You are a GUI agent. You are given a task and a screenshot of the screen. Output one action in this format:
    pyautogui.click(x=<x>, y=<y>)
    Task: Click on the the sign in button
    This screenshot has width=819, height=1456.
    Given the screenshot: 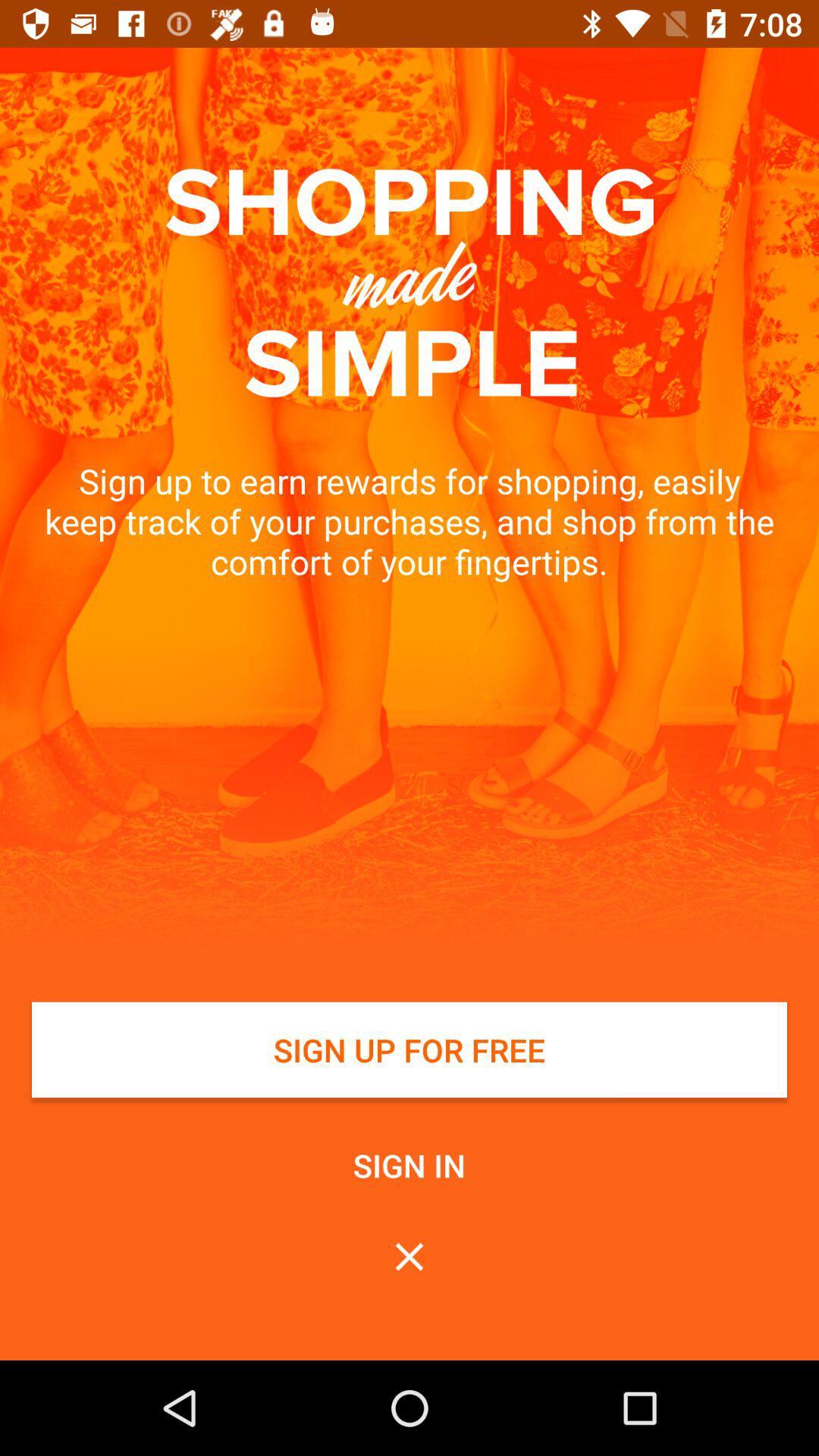 What is the action you would take?
    pyautogui.click(x=409, y=1164)
    